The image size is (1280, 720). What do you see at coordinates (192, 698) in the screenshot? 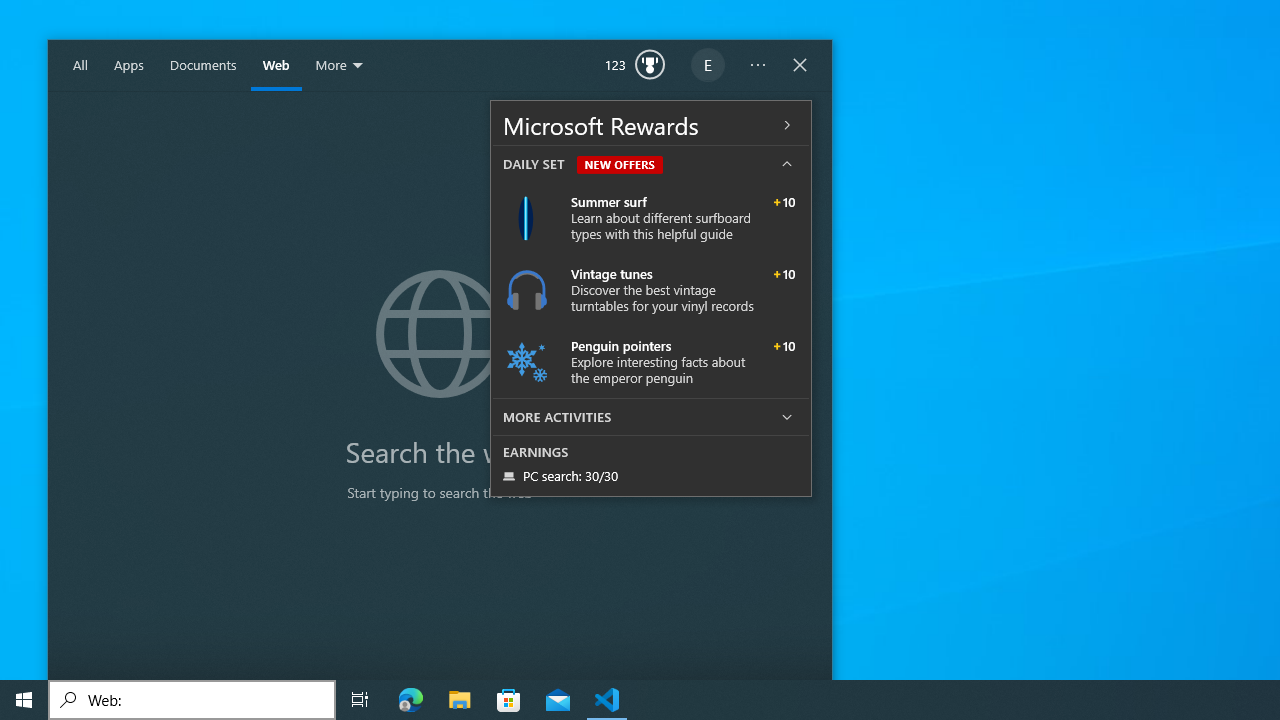
I see `'Search box'` at bounding box center [192, 698].